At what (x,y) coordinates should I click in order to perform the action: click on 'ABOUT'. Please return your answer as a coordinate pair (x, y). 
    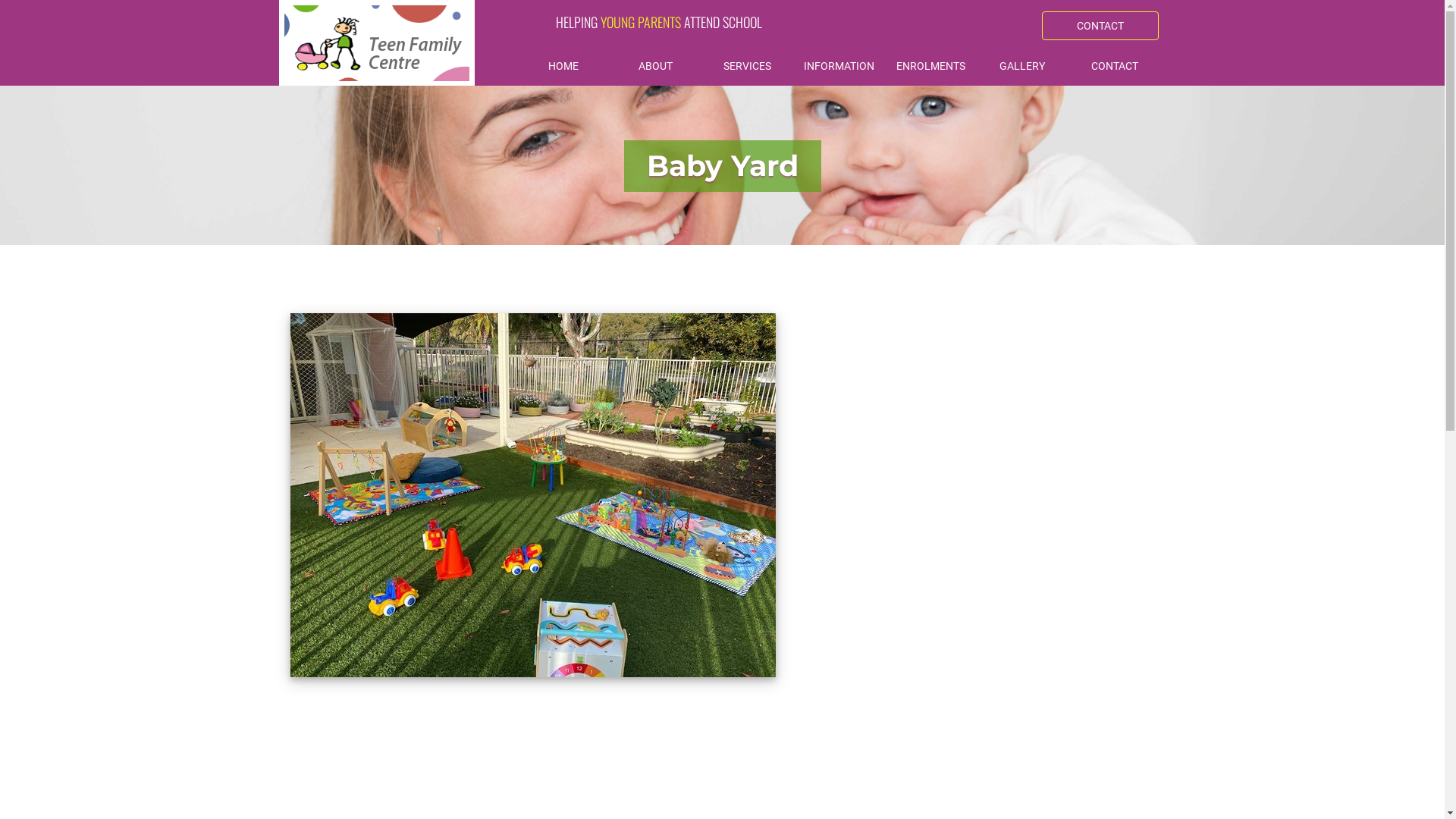
    Looking at the image, I should click on (655, 66).